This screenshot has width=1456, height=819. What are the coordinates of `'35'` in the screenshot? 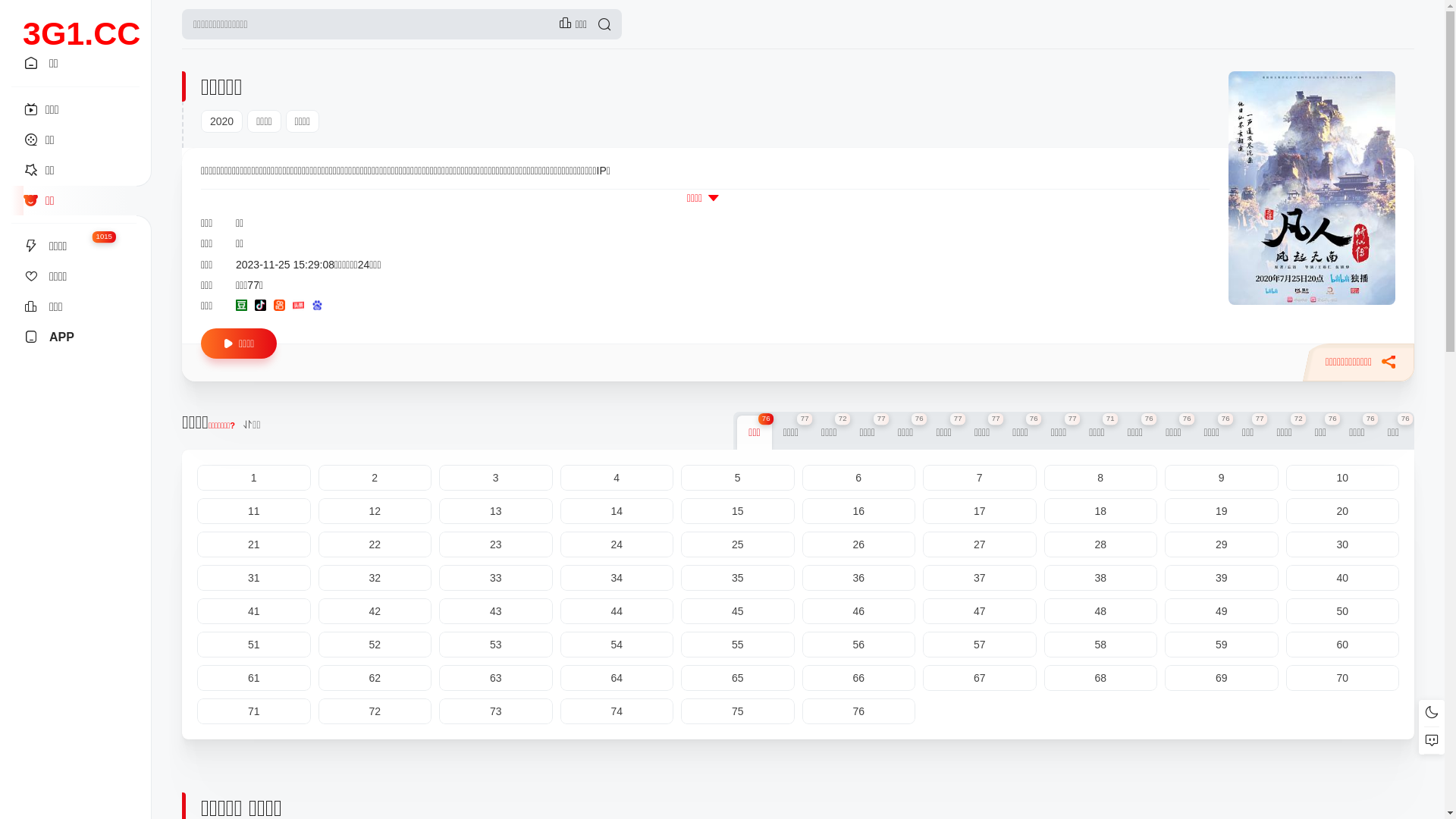 It's located at (738, 578).